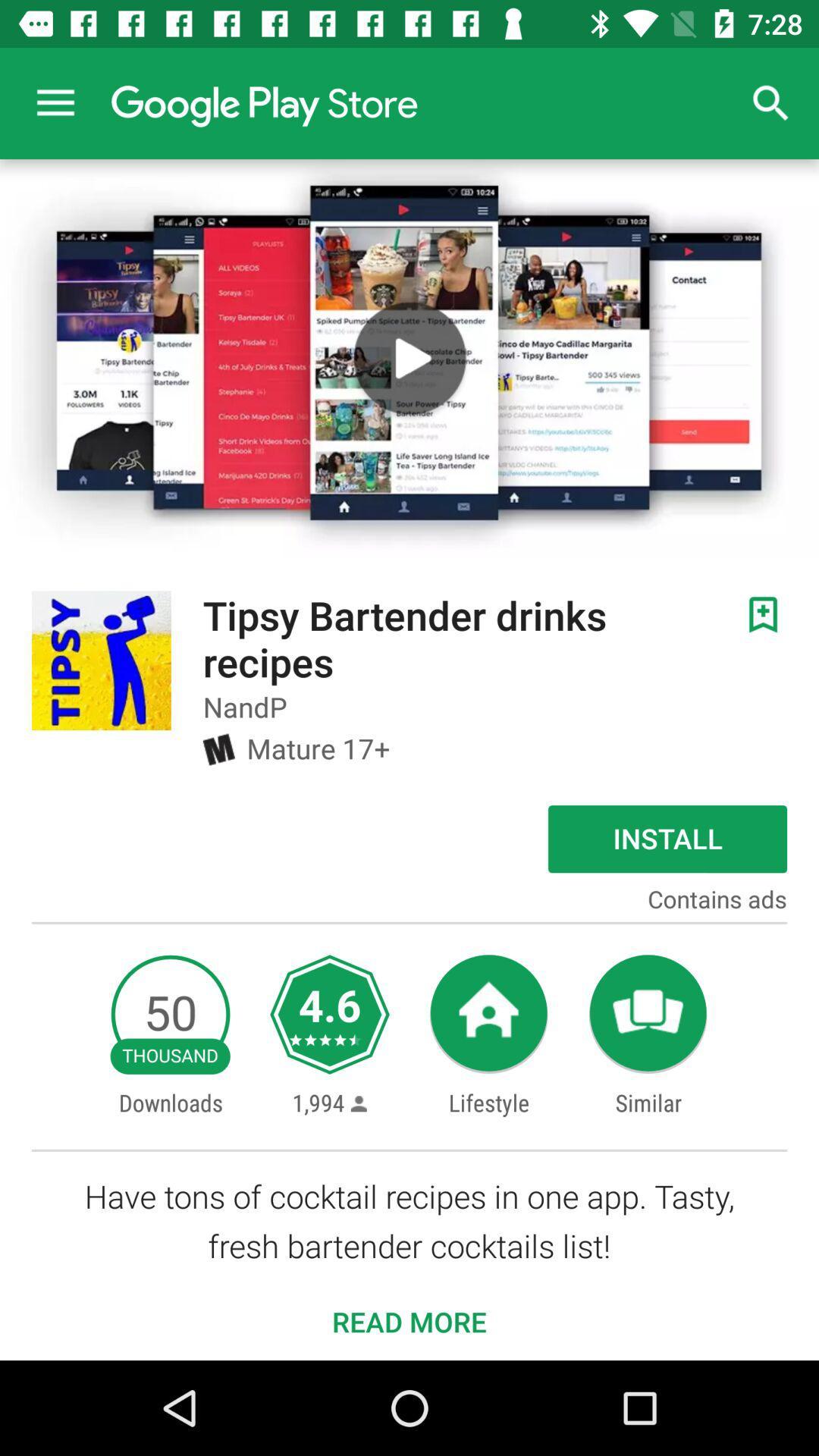  What do you see at coordinates (263, 102) in the screenshot?
I see `title right side of menu icon` at bounding box center [263, 102].